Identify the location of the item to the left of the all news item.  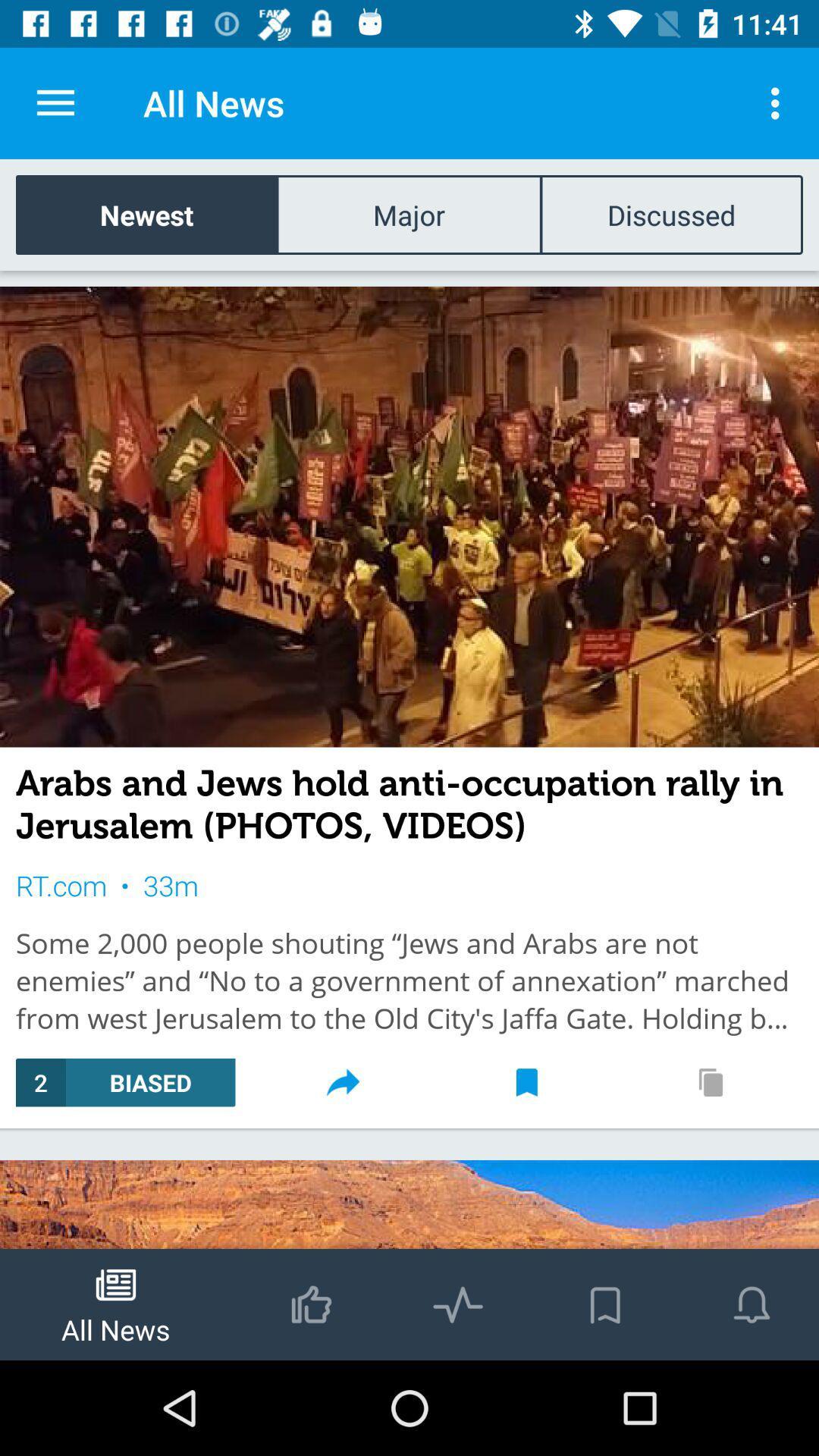
(55, 102).